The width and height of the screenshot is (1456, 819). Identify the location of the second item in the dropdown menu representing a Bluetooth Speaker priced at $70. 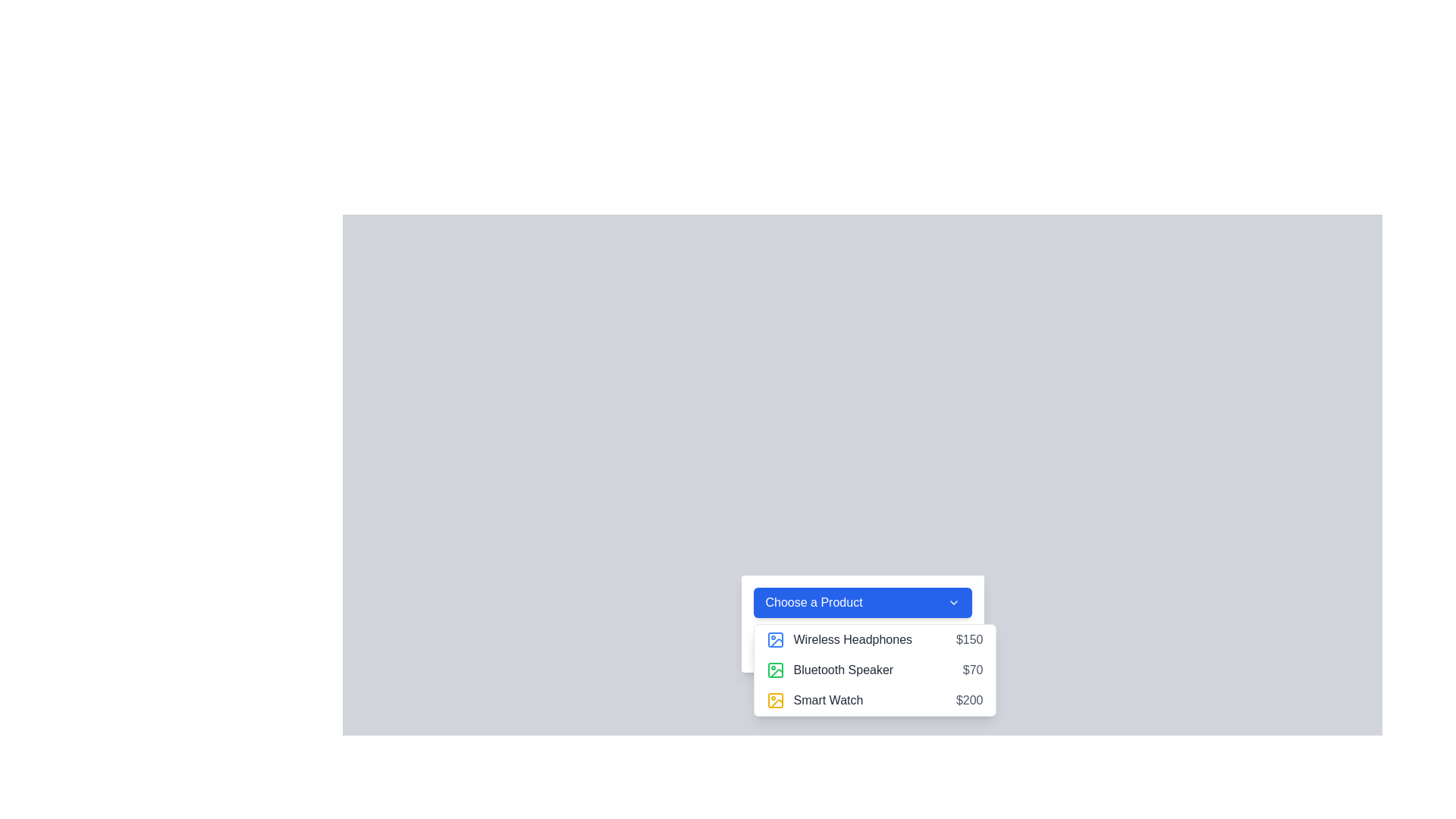
(874, 669).